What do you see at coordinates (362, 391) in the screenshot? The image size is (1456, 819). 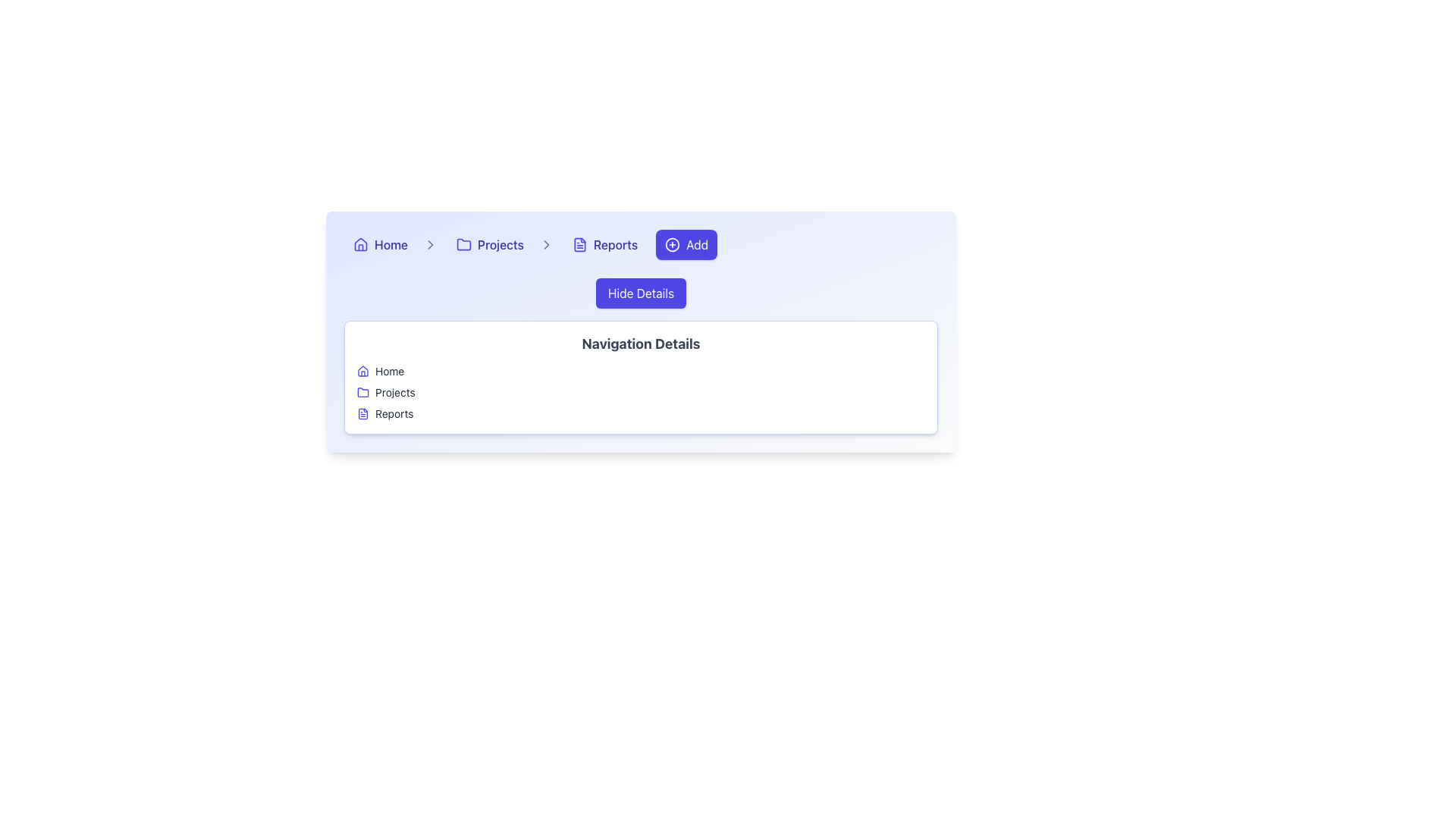 I see `the folder-shaped icon in the navigation bar that indicates the 'Projects' step, located between 'Home' and 'Reports'` at bounding box center [362, 391].